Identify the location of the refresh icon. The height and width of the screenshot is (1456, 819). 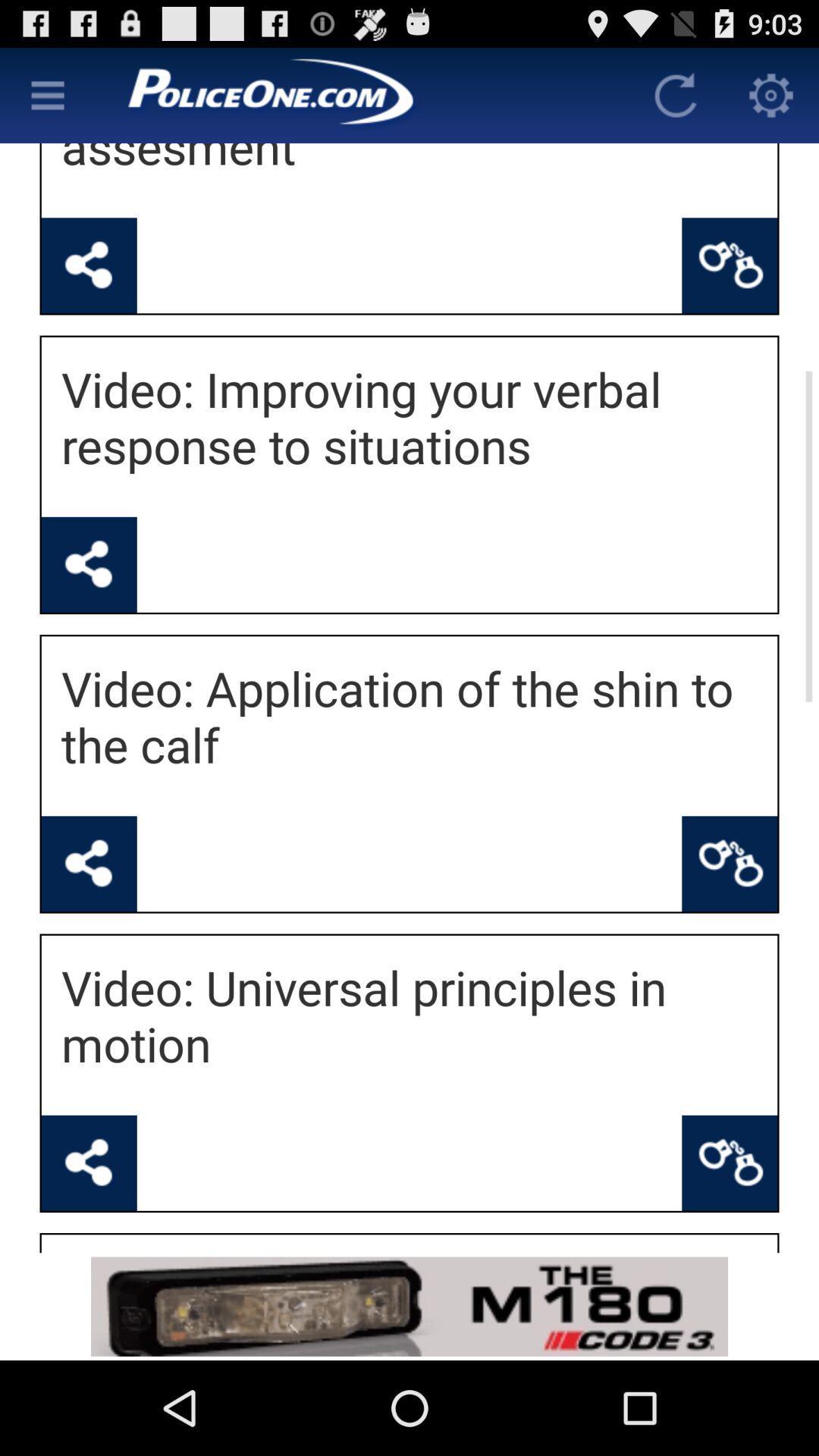
(675, 101).